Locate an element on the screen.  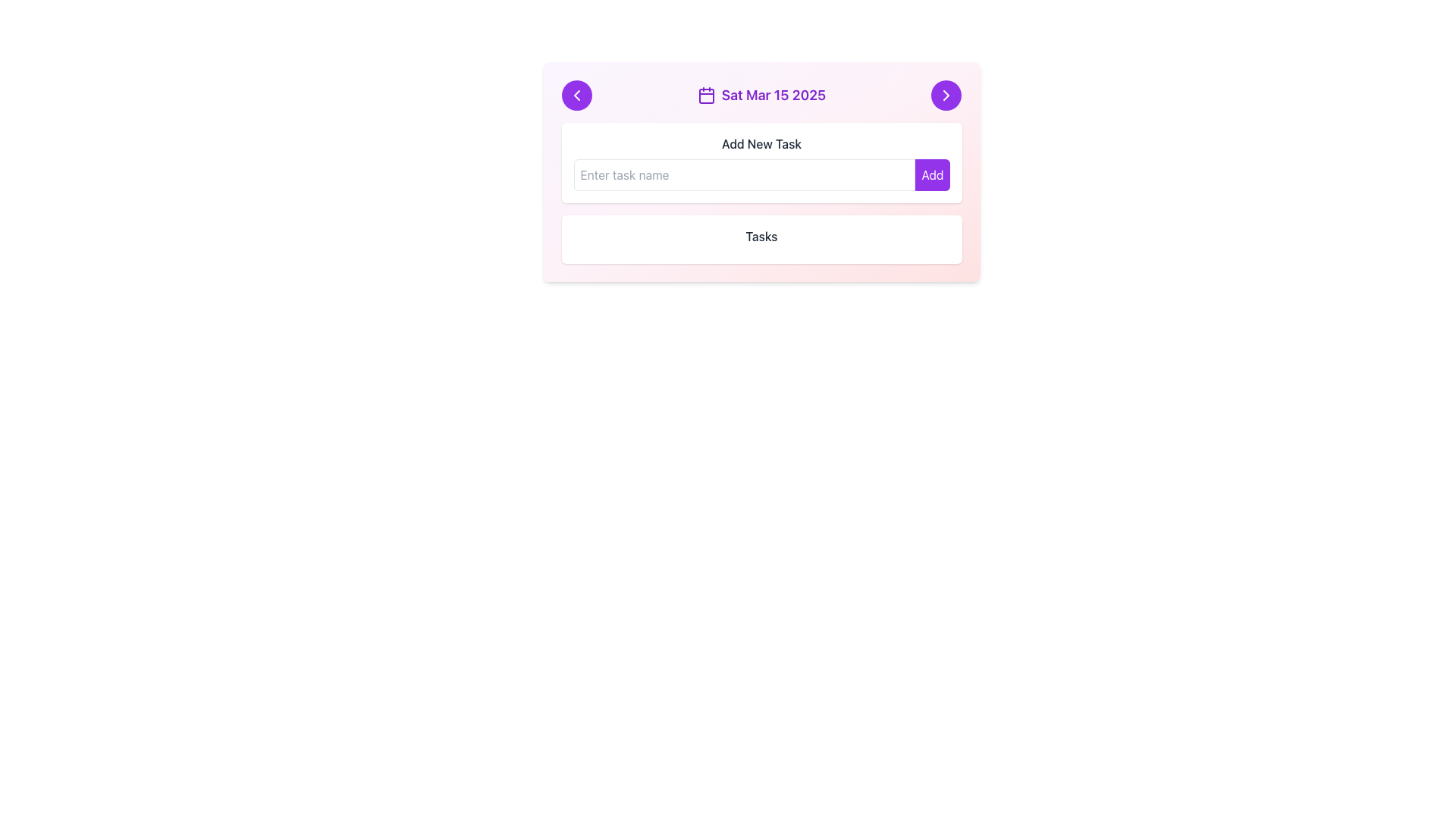
the circular purple button with a white rightwards arrow icon located in the top-right corner of the header section is located at coordinates (946, 96).